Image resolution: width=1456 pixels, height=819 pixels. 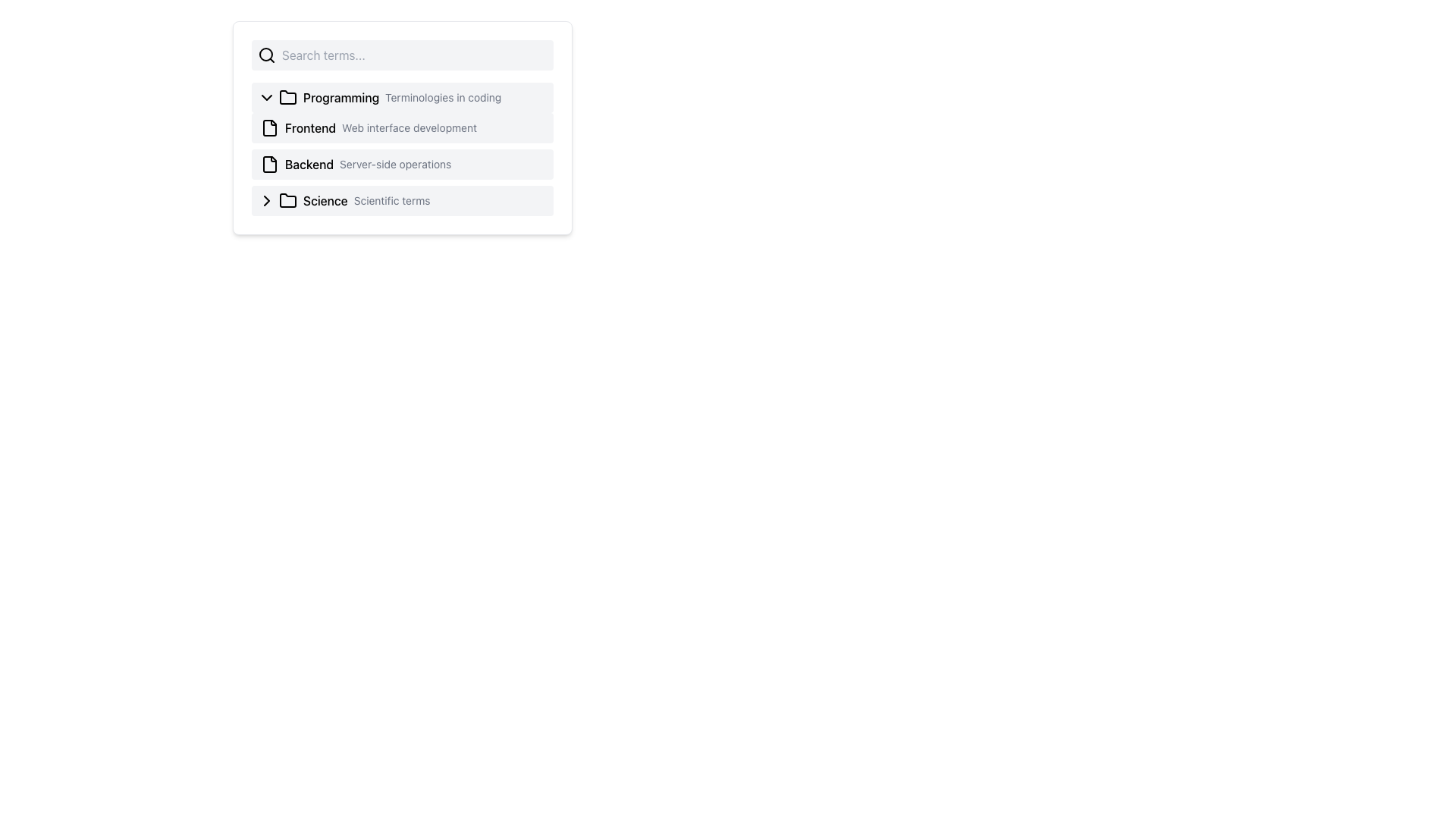 What do you see at coordinates (266, 200) in the screenshot?
I see `the arrow icon located at the far right side of the fourth item in the vertical list of categories` at bounding box center [266, 200].